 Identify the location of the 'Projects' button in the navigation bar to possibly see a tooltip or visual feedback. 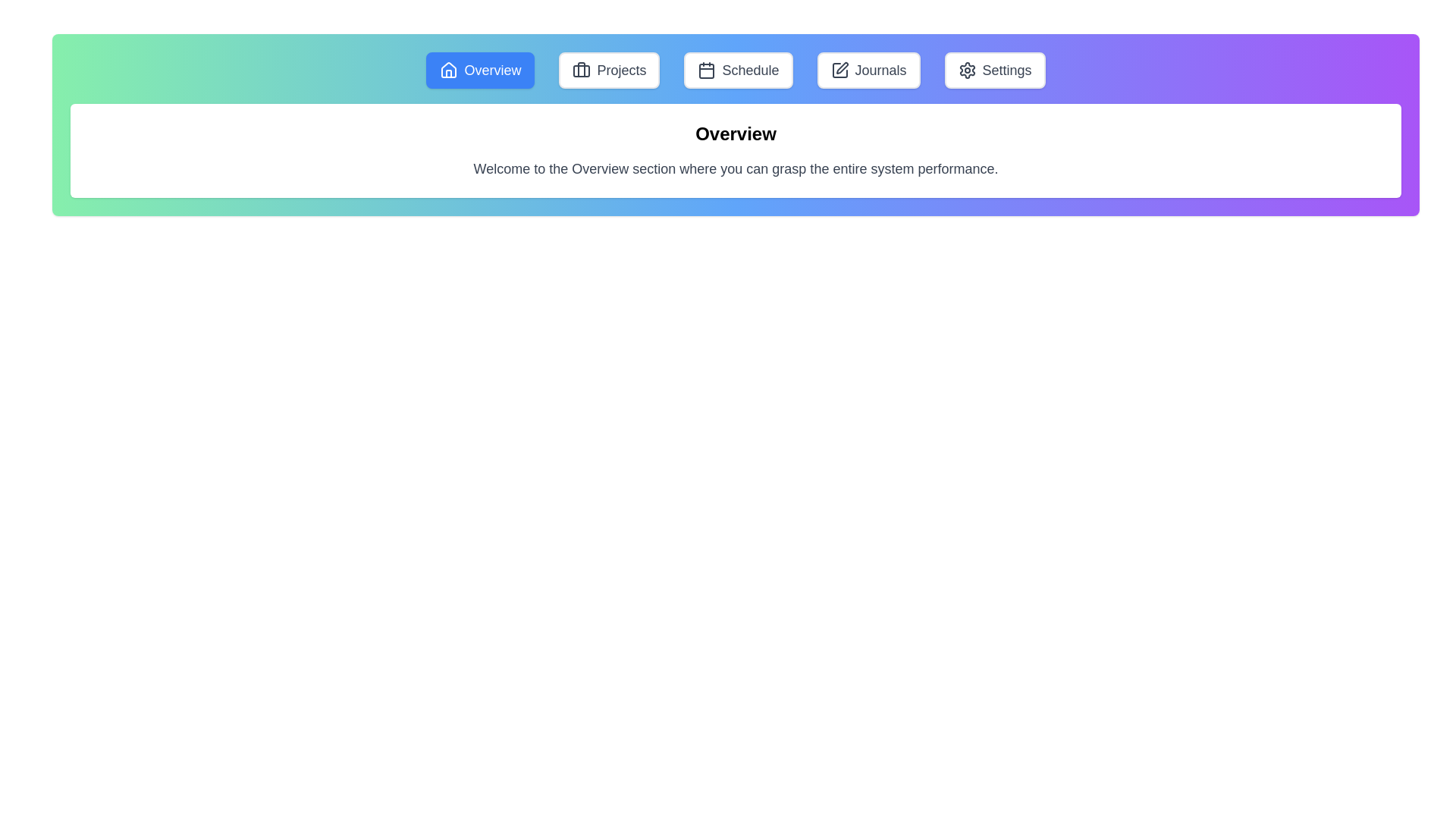
(609, 70).